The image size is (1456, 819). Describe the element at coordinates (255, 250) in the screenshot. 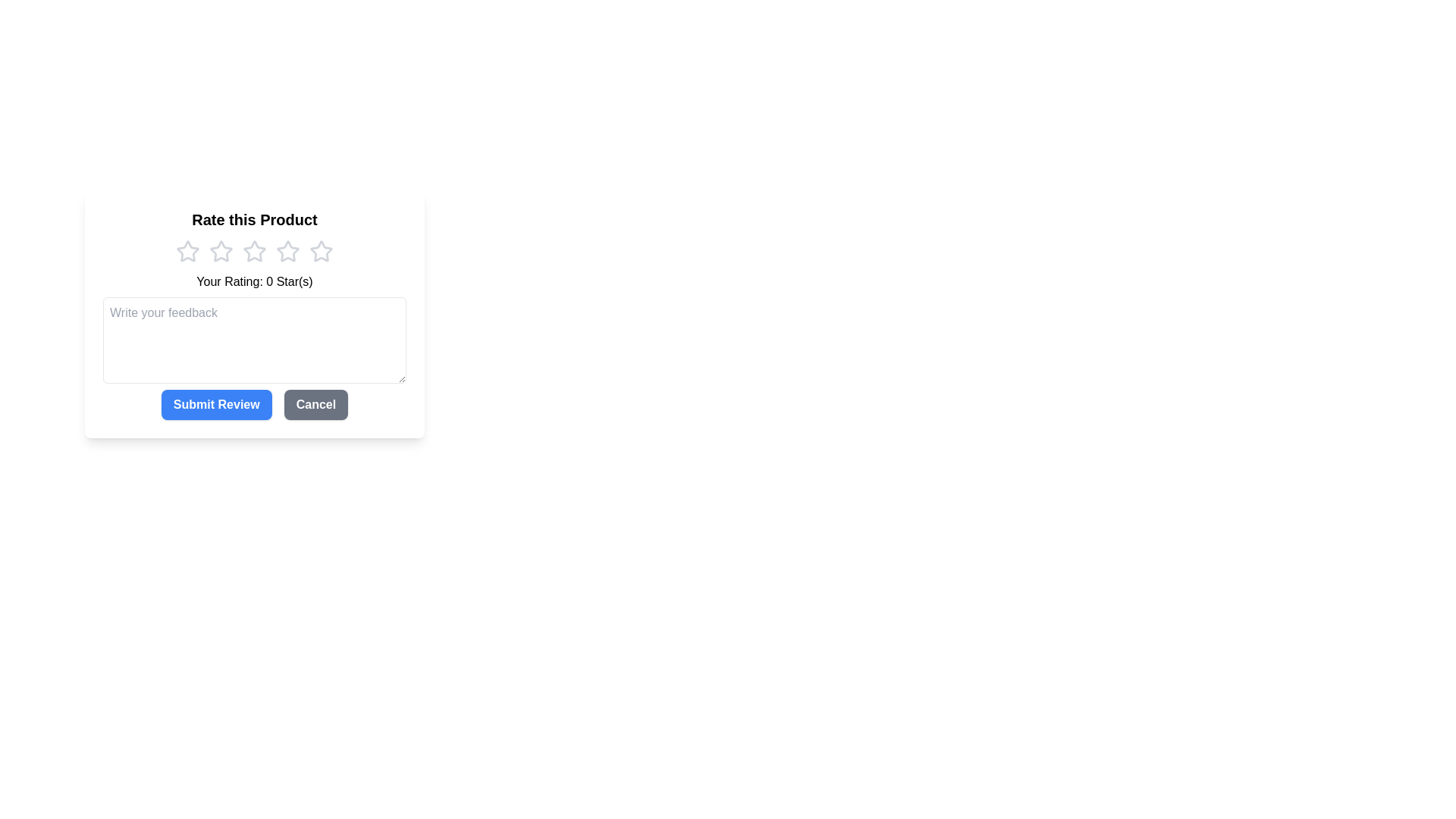

I see `the second star in the horizontal group of five stars in the 'Rate this Product' modal` at that location.